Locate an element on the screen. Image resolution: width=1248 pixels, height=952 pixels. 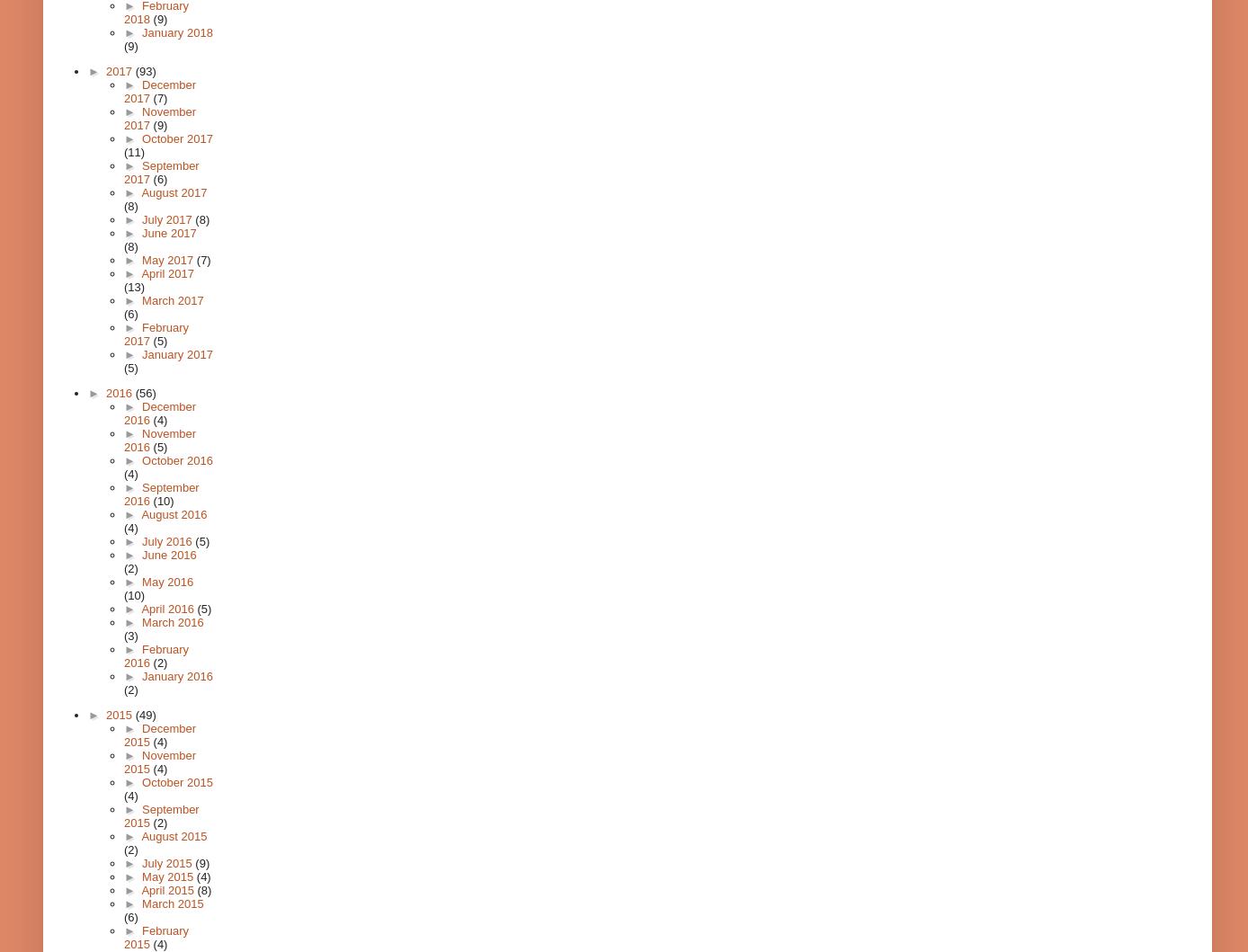
'December 2017' is located at coordinates (158, 91).